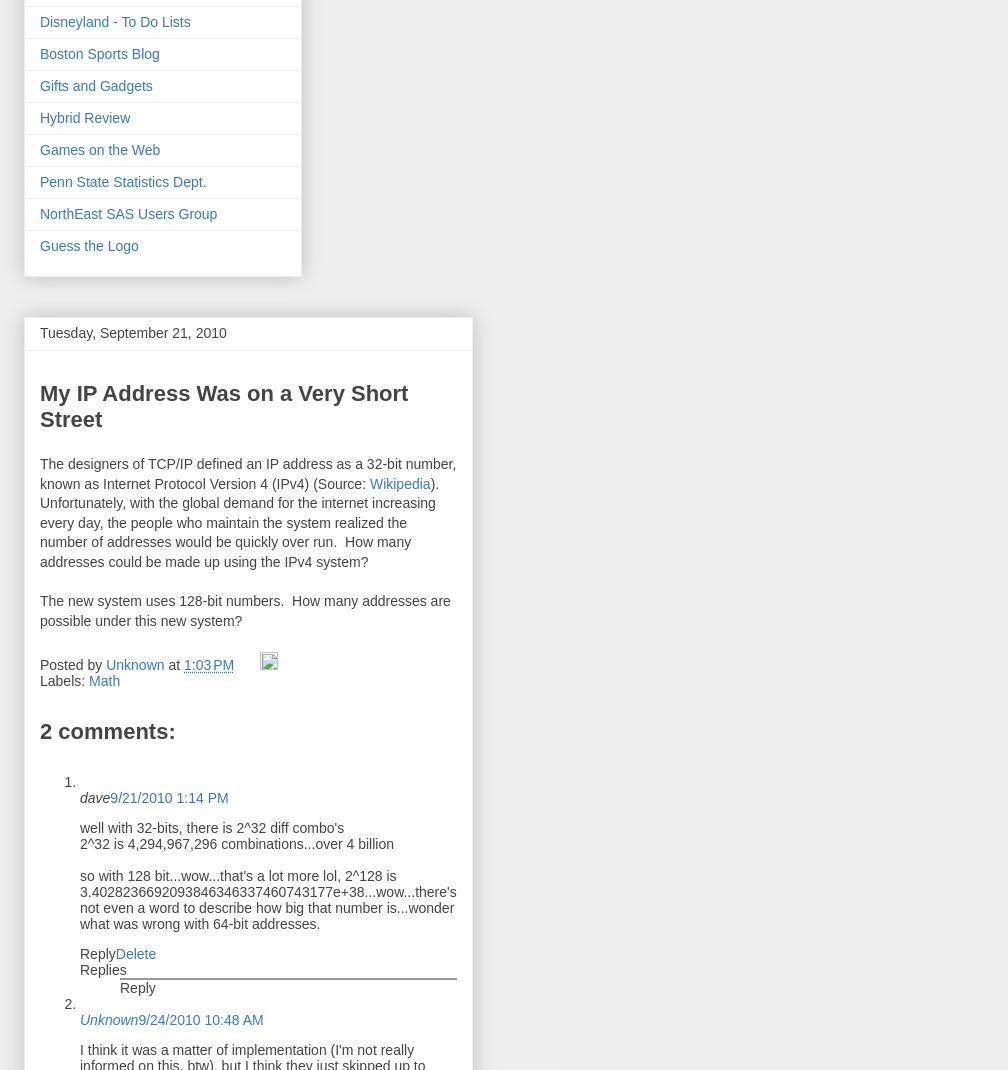  Describe the element at coordinates (40, 332) in the screenshot. I see `'Tuesday, September 21, 2010'` at that location.